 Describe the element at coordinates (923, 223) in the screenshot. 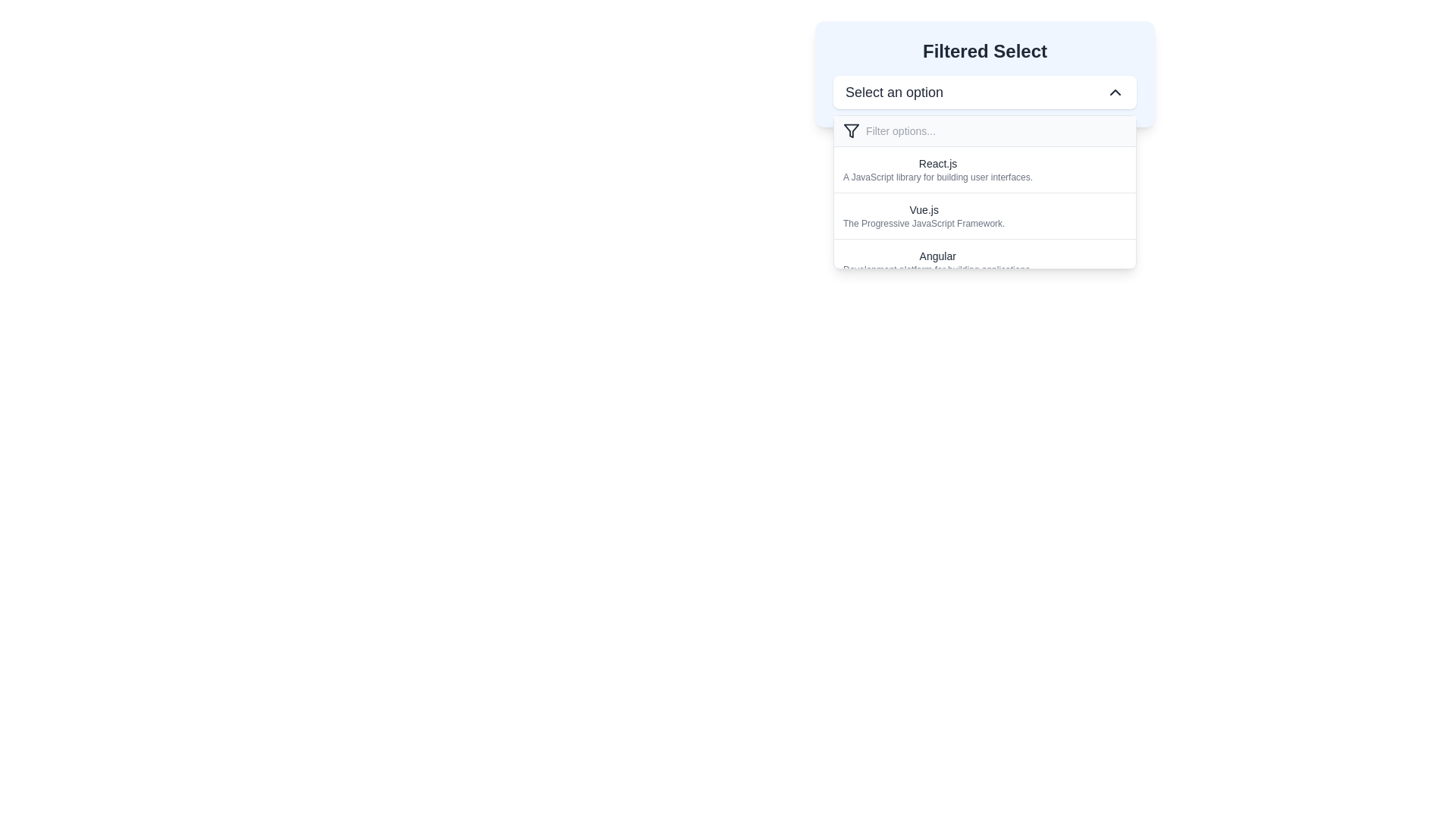

I see `the descriptive Text label positioned directly beneath the 'Vue.js' text in the dropdown menu of the filter selection component` at that location.